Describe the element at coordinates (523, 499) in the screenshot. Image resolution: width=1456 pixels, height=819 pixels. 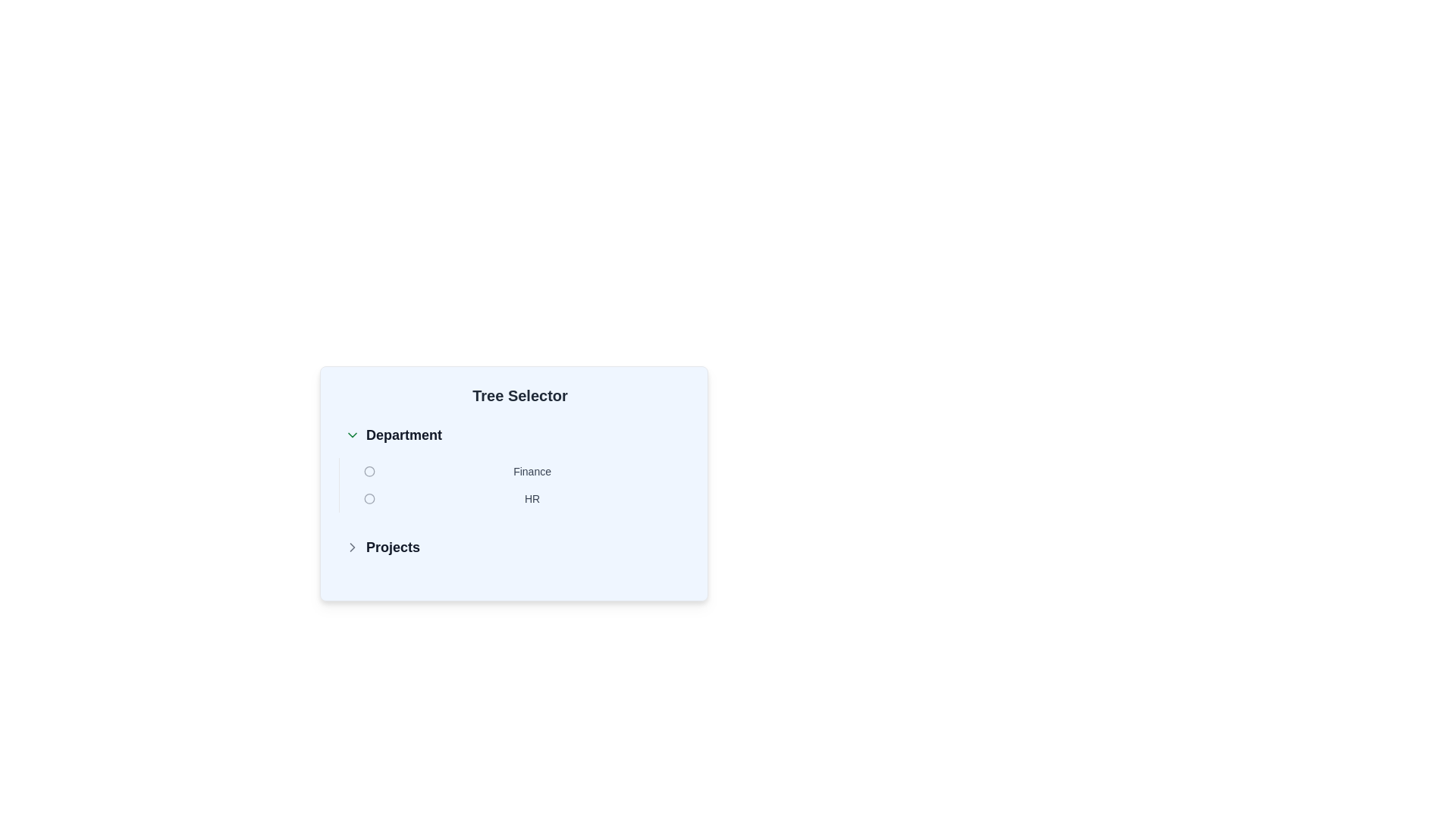
I see `the 'HR' department item in the selectable list under the 'Department' section of the tree selector panel` at that location.